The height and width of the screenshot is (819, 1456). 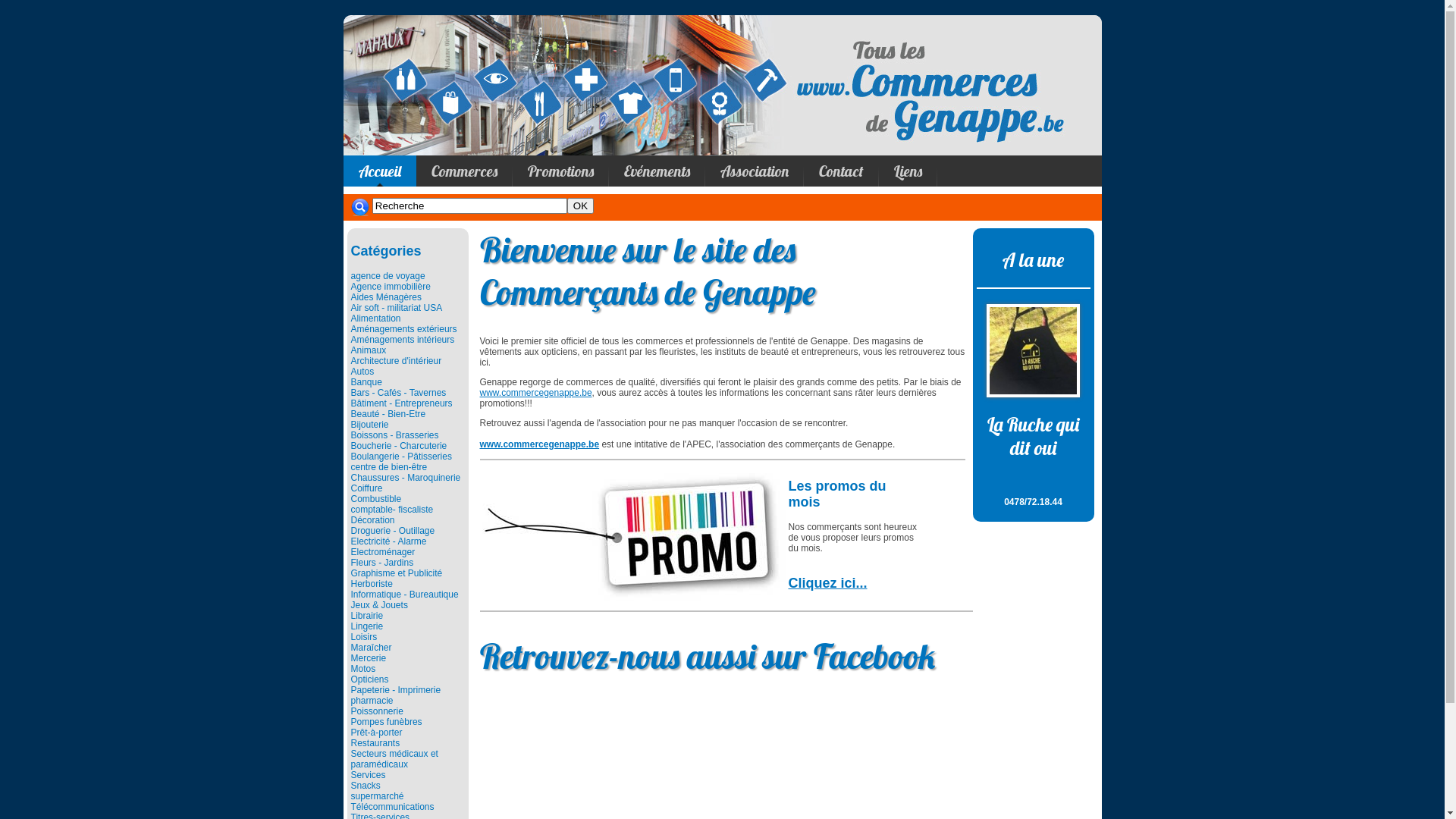 I want to click on 'www.commercegenappe.be', so click(x=535, y=391).